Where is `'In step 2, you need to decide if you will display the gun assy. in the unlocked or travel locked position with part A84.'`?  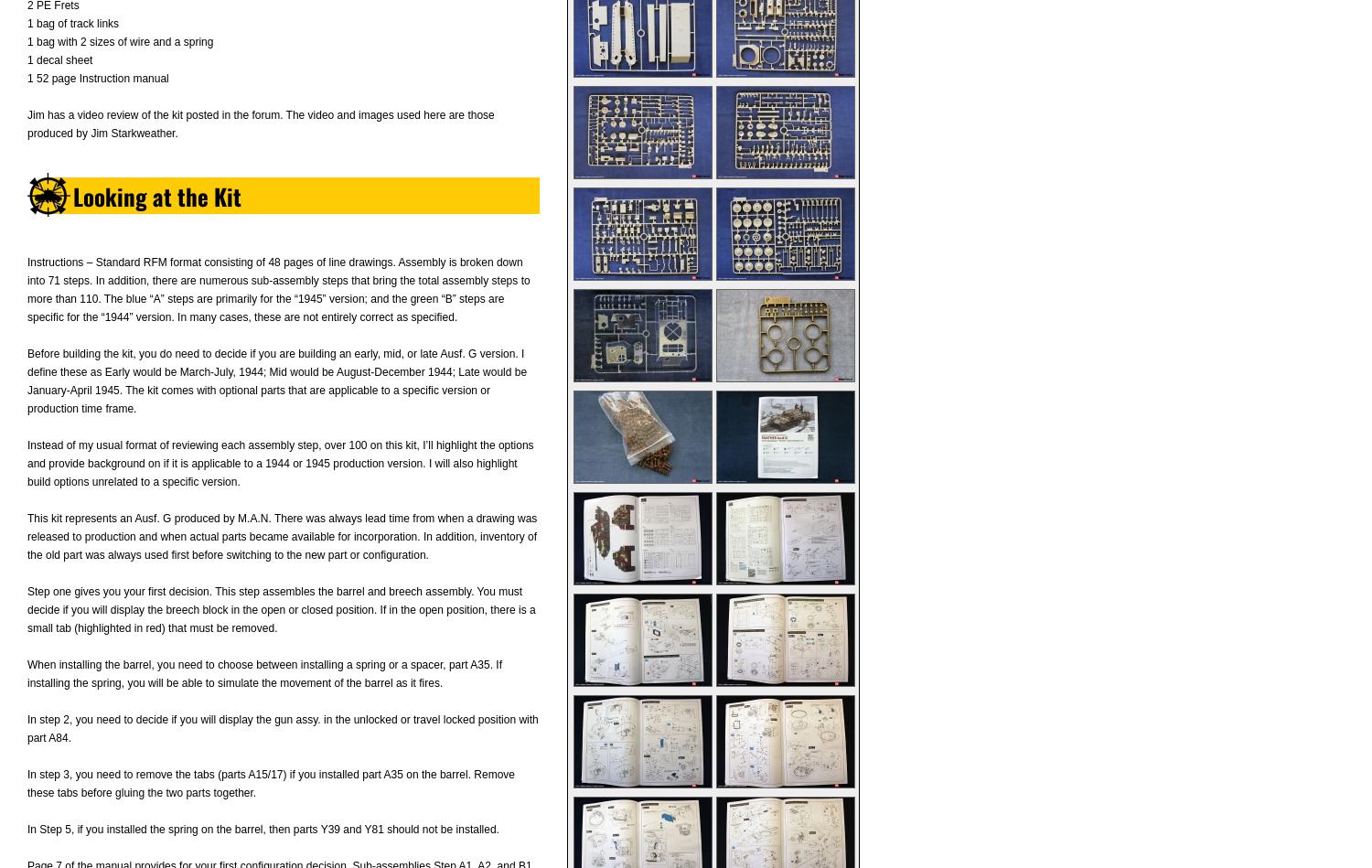
'In step 2, you need to decide if you will display the gun assy. in the unlocked or travel locked position with part A84.' is located at coordinates (283, 727).